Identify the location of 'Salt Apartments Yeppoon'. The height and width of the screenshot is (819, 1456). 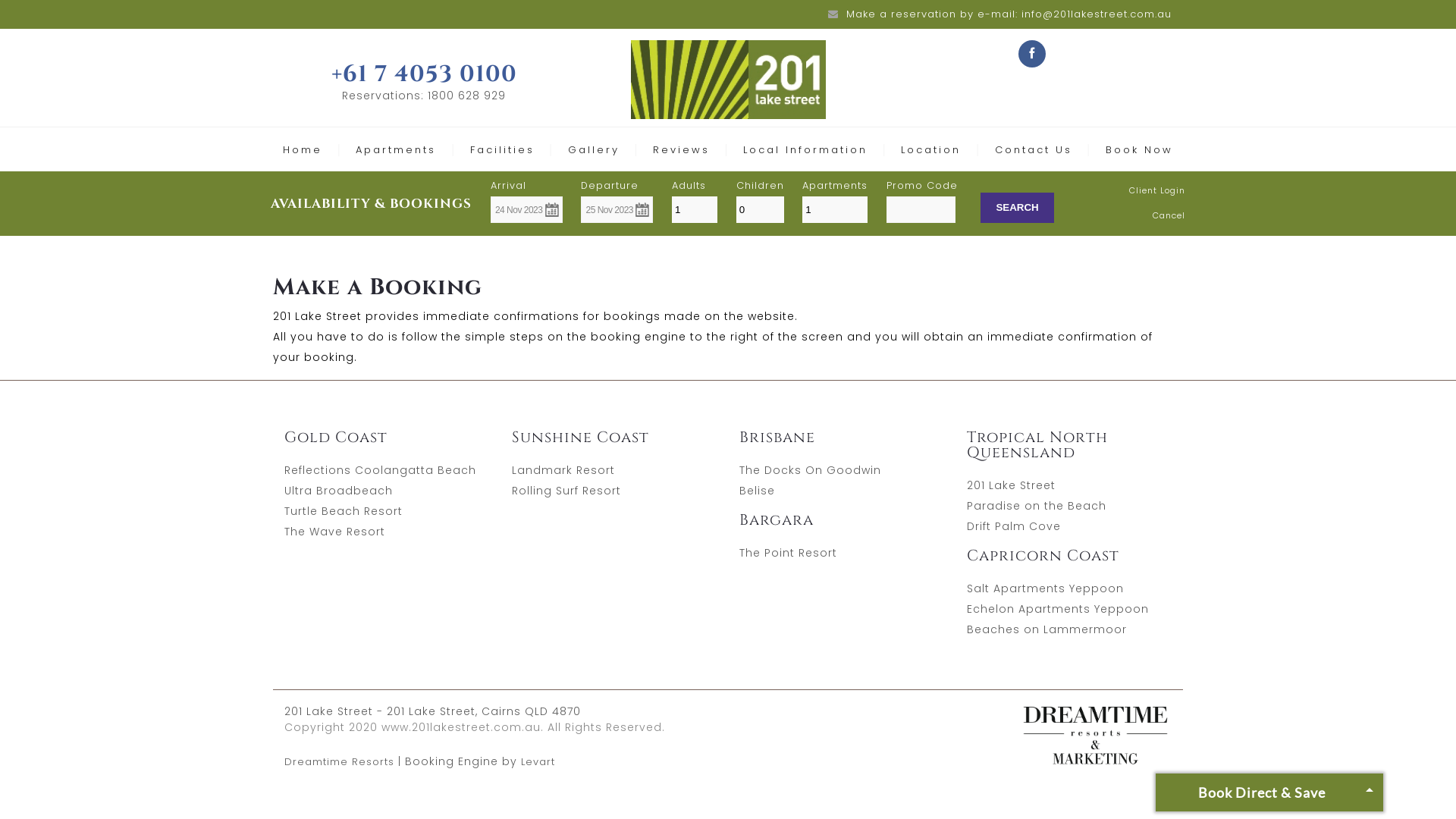
(1044, 587).